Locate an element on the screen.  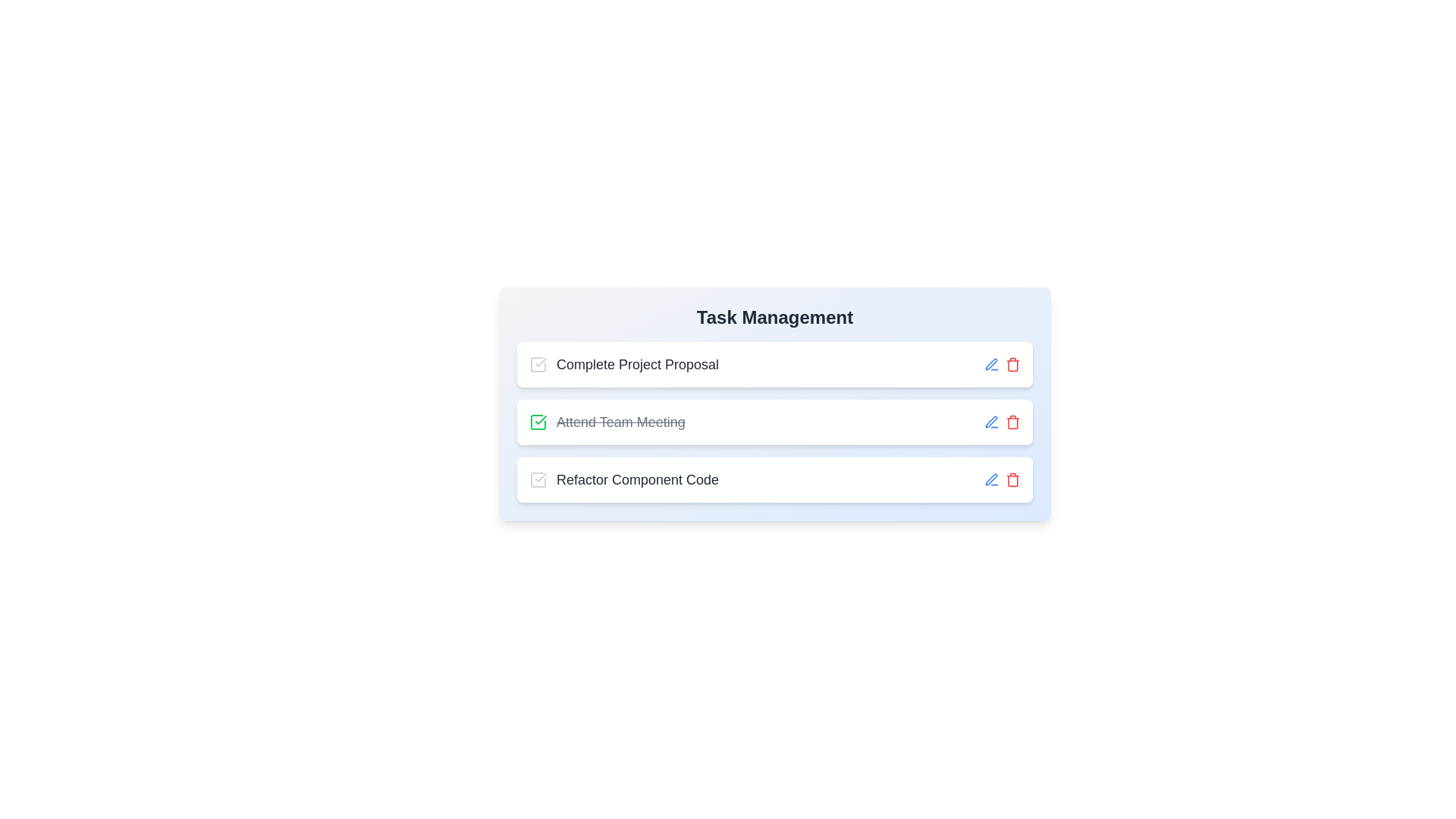
the icon button to edit the associated task, which is positioned to the right of the 'Complete Project Proposal' text and is the first in a horizontal arrangement of two icons is located at coordinates (992, 479).